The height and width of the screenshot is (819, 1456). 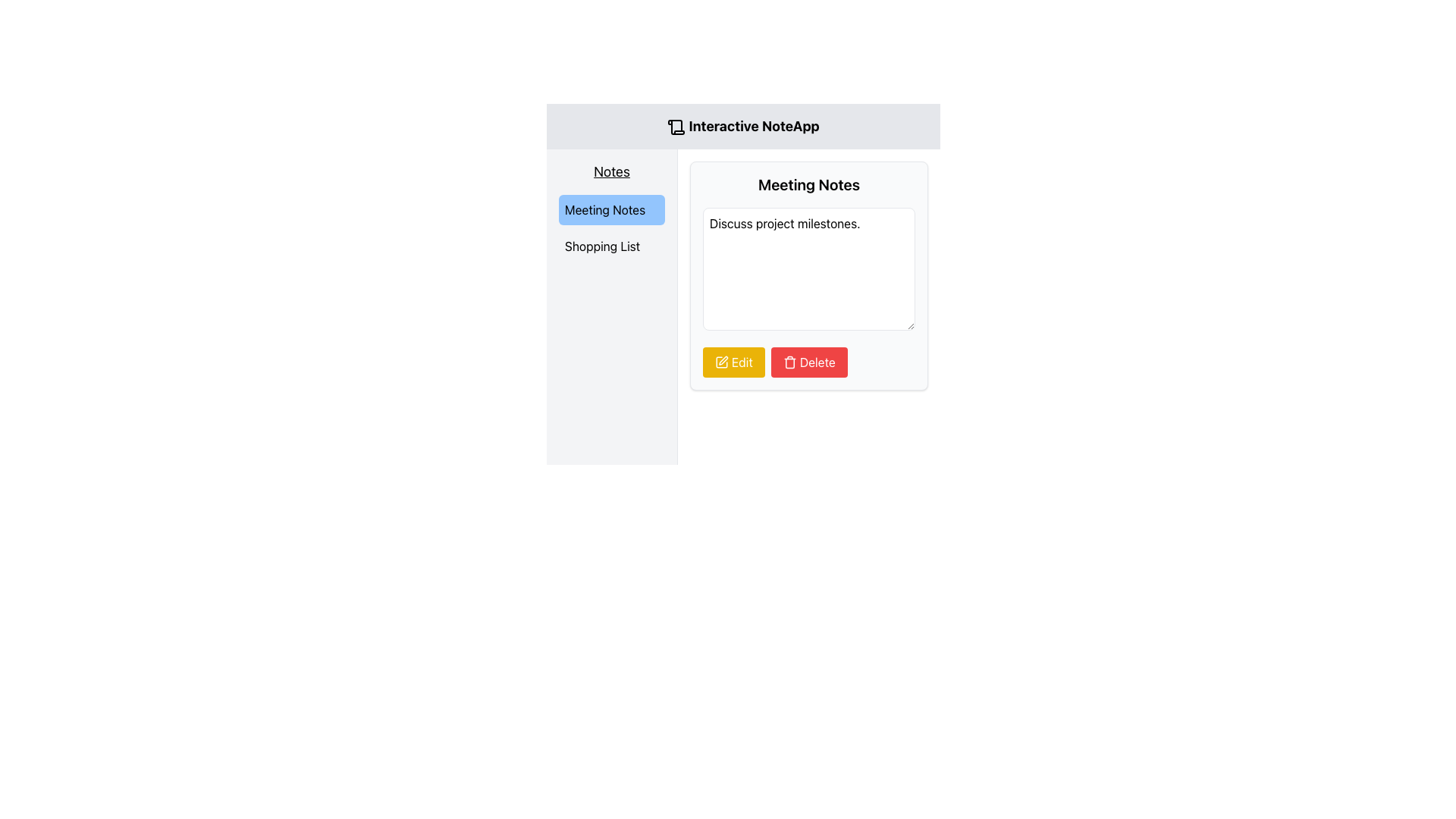 What do you see at coordinates (611, 245) in the screenshot?
I see `to select the 'Shopping List' text label located directly below the 'Meeting Notes' in the left sidebar of the application interface` at bounding box center [611, 245].